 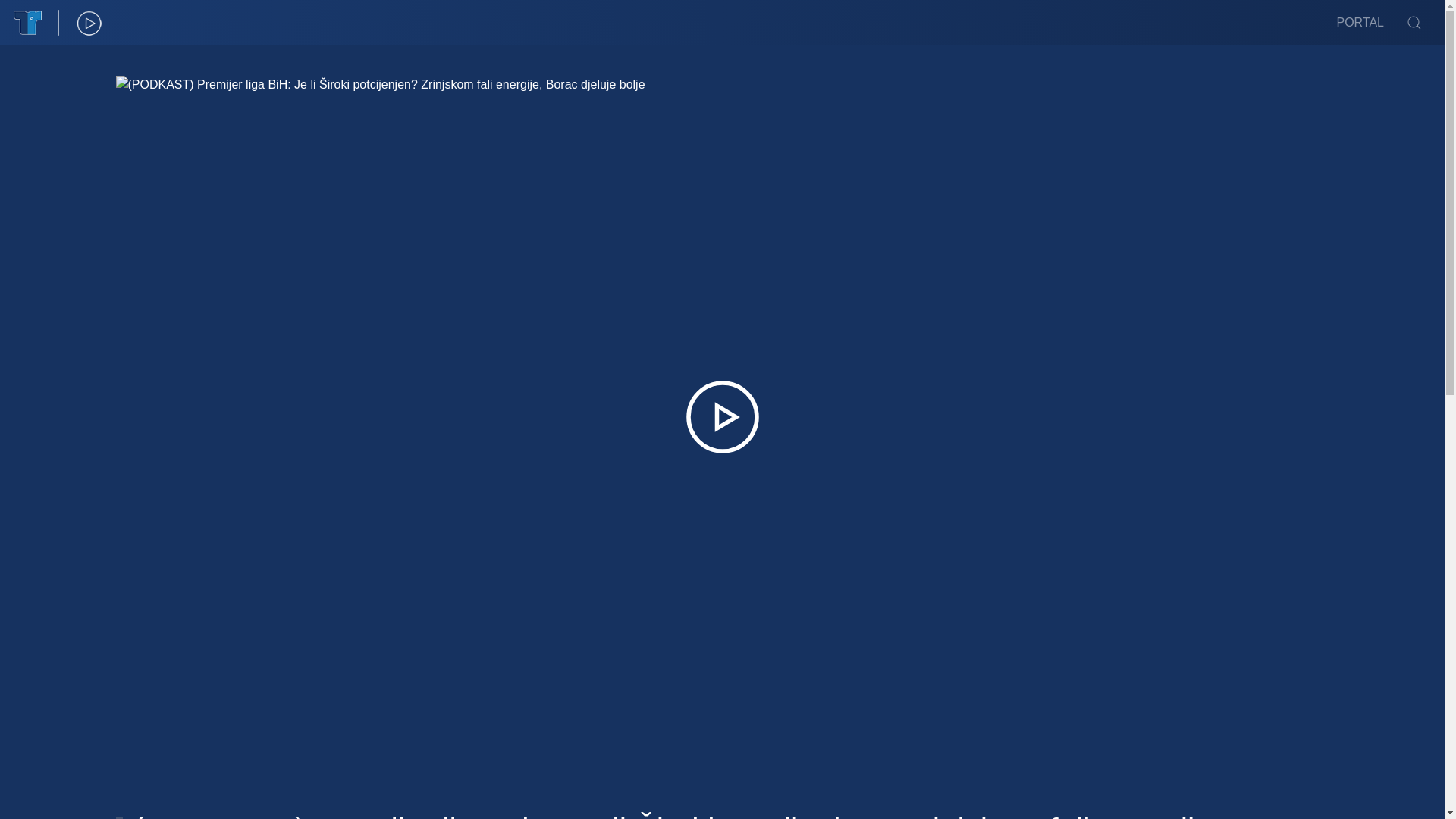 I want to click on 'PORTAL', so click(x=1360, y=23).